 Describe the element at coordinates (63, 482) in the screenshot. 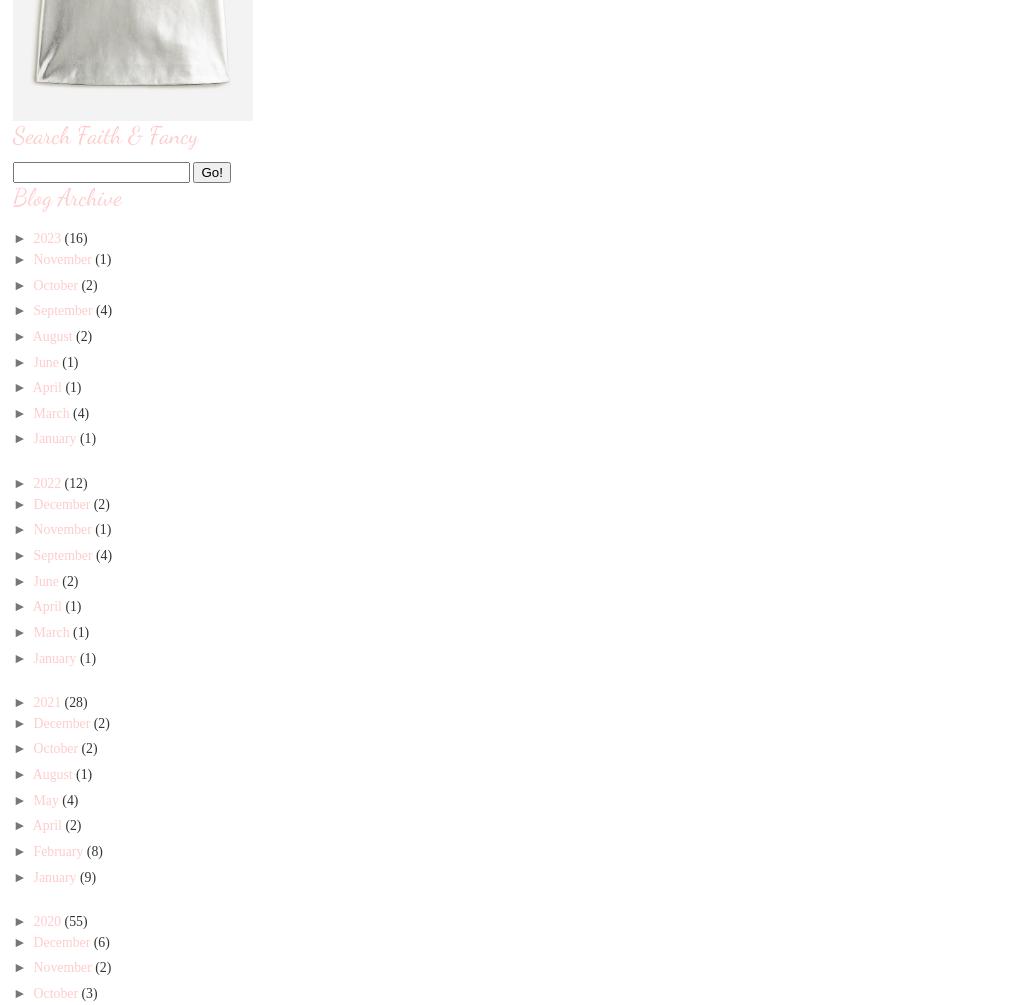

I see `'(12)'` at that location.